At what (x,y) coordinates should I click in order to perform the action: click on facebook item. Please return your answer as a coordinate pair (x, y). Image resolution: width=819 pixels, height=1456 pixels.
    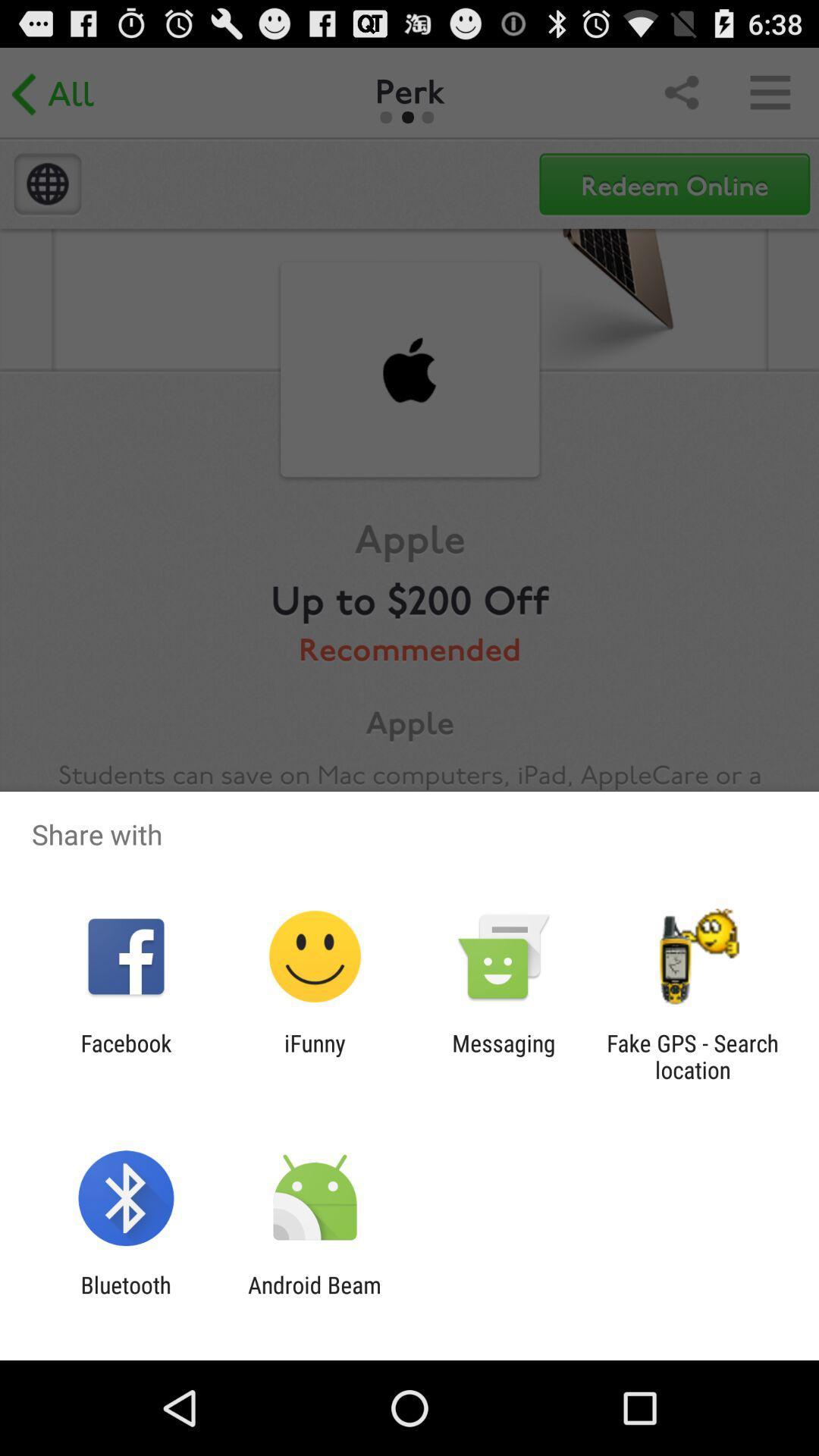
    Looking at the image, I should click on (125, 1056).